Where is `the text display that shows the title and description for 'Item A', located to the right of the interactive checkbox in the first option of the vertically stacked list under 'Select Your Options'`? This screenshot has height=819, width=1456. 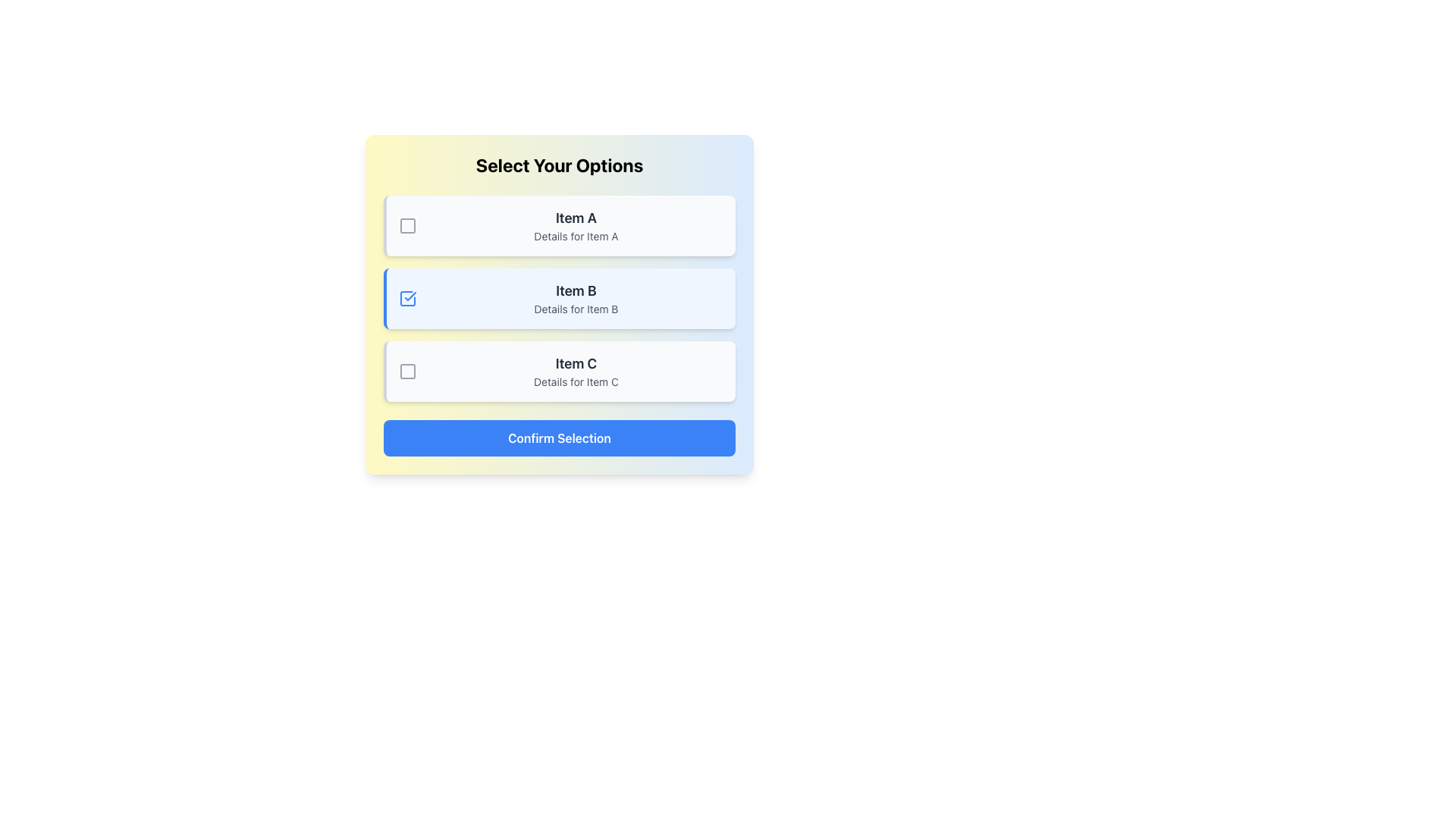 the text display that shows the title and description for 'Item A', located to the right of the interactive checkbox in the first option of the vertically stacked list under 'Select Your Options' is located at coordinates (575, 225).